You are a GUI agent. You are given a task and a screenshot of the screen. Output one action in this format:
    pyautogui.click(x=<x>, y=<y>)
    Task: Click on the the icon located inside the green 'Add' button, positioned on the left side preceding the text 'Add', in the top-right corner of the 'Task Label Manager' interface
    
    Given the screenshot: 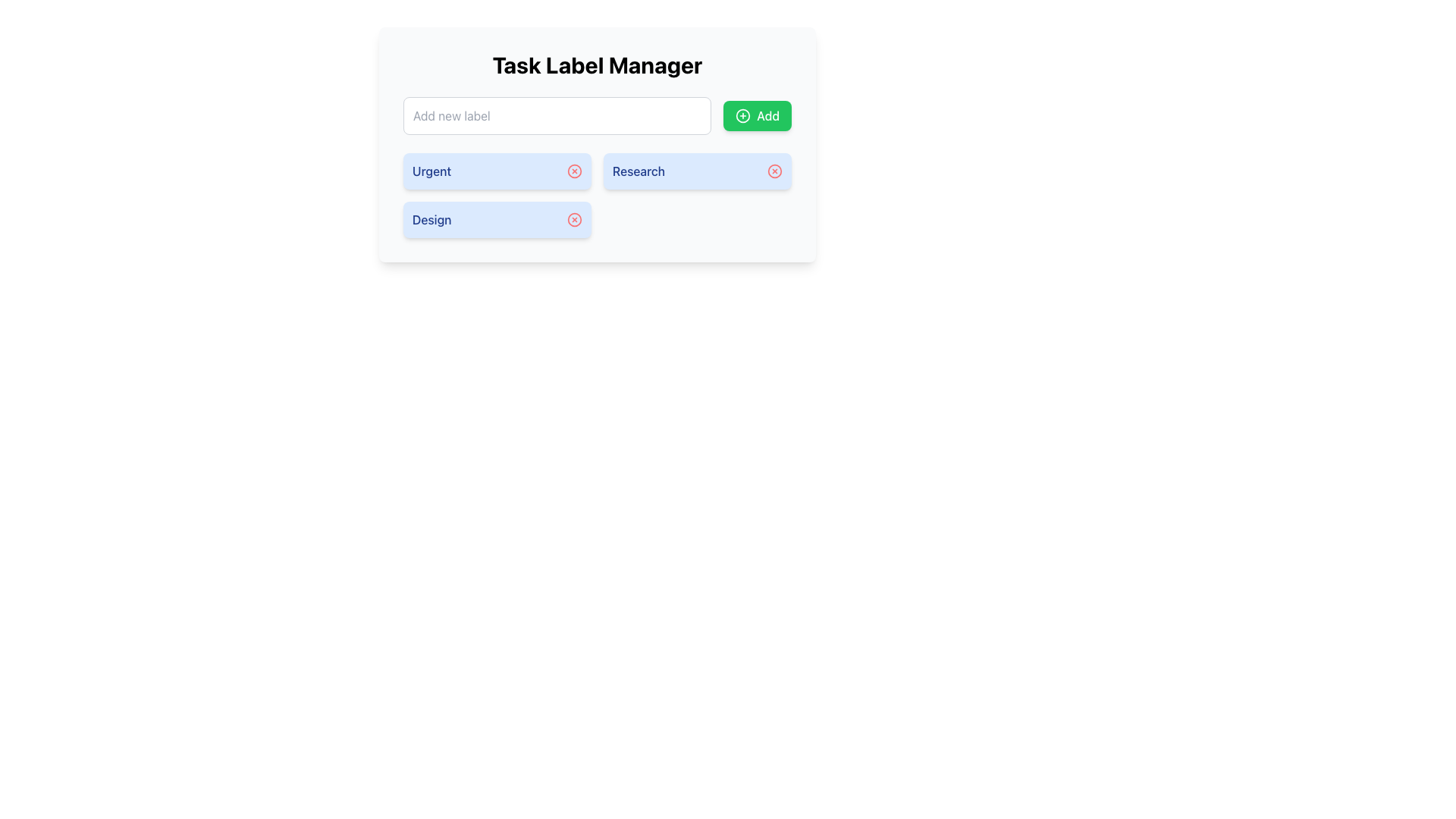 What is the action you would take?
    pyautogui.click(x=743, y=115)
    